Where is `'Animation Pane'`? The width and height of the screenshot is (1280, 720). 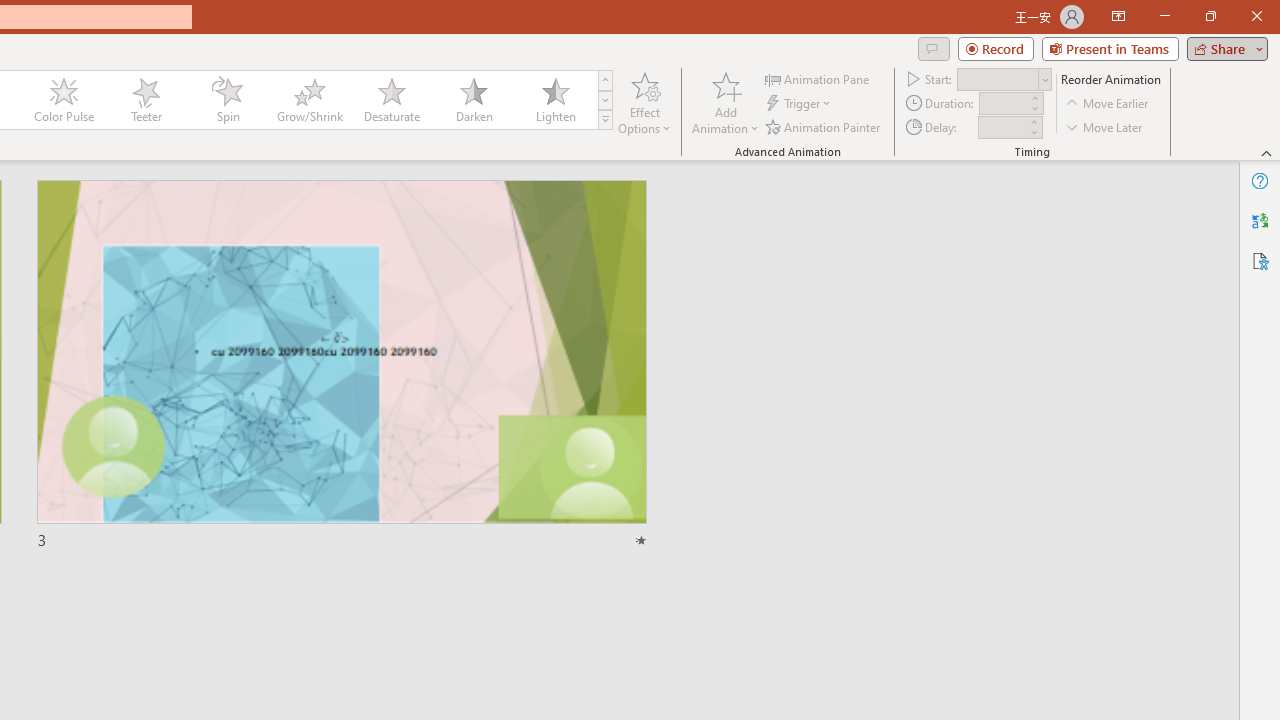 'Animation Pane' is located at coordinates (818, 78).